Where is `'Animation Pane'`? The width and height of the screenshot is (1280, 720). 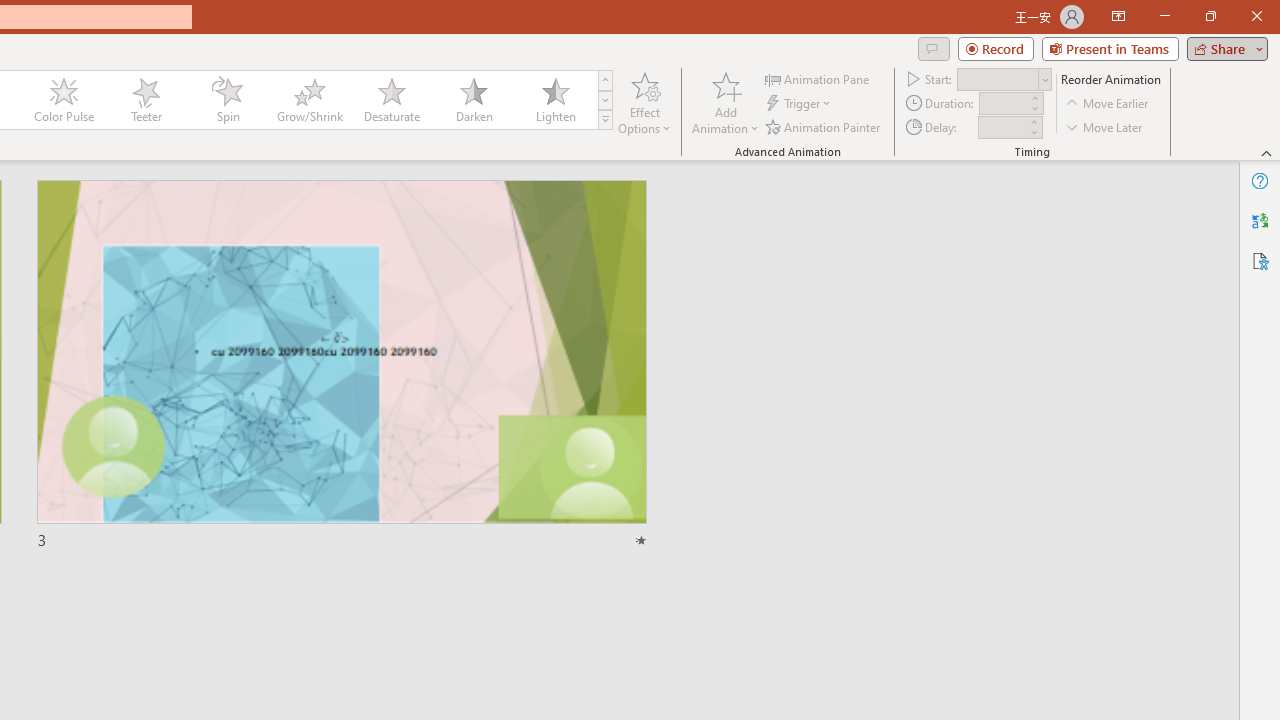 'Animation Pane' is located at coordinates (818, 78).